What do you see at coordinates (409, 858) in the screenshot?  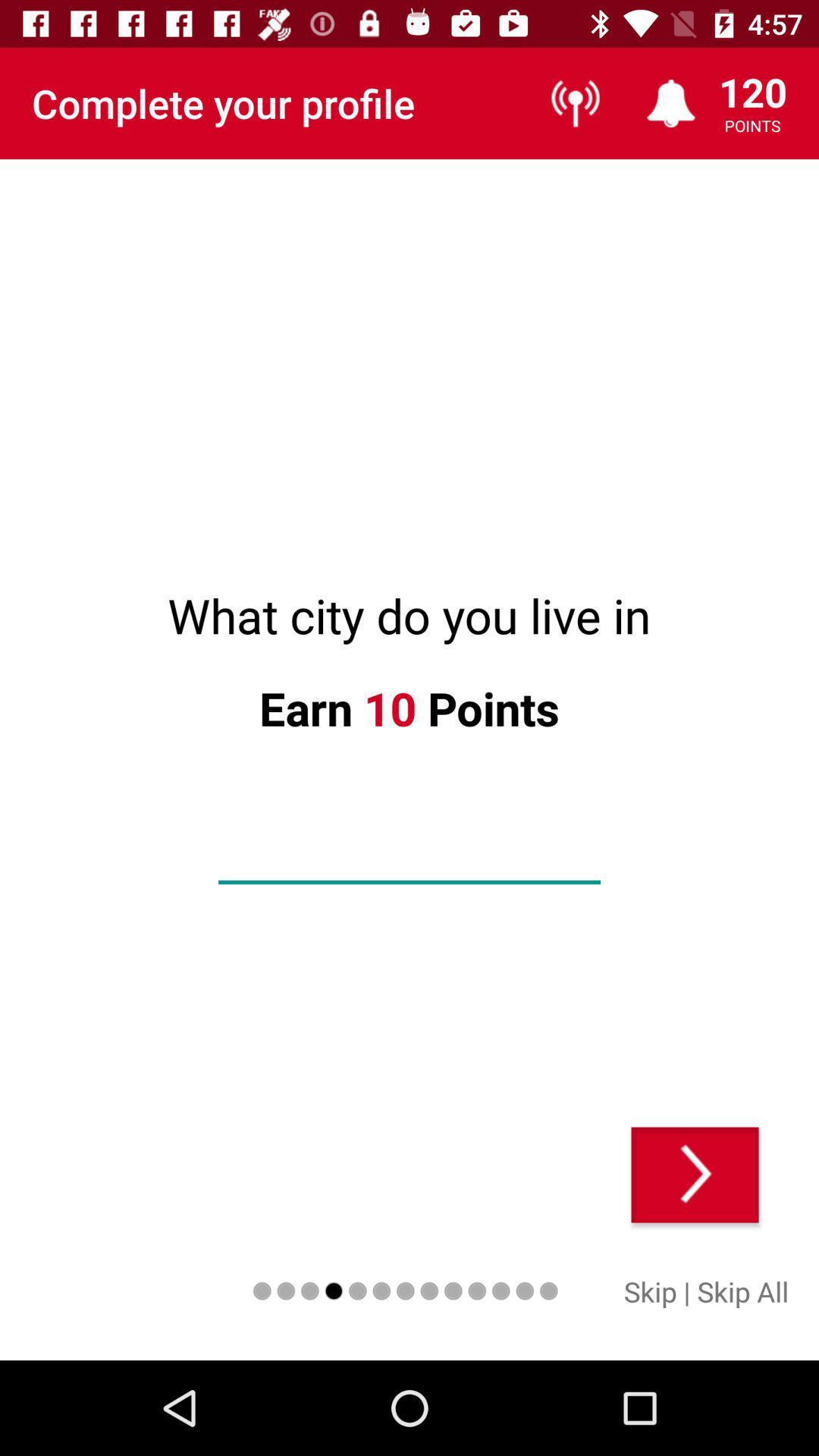 I see `your city` at bounding box center [409, 858].